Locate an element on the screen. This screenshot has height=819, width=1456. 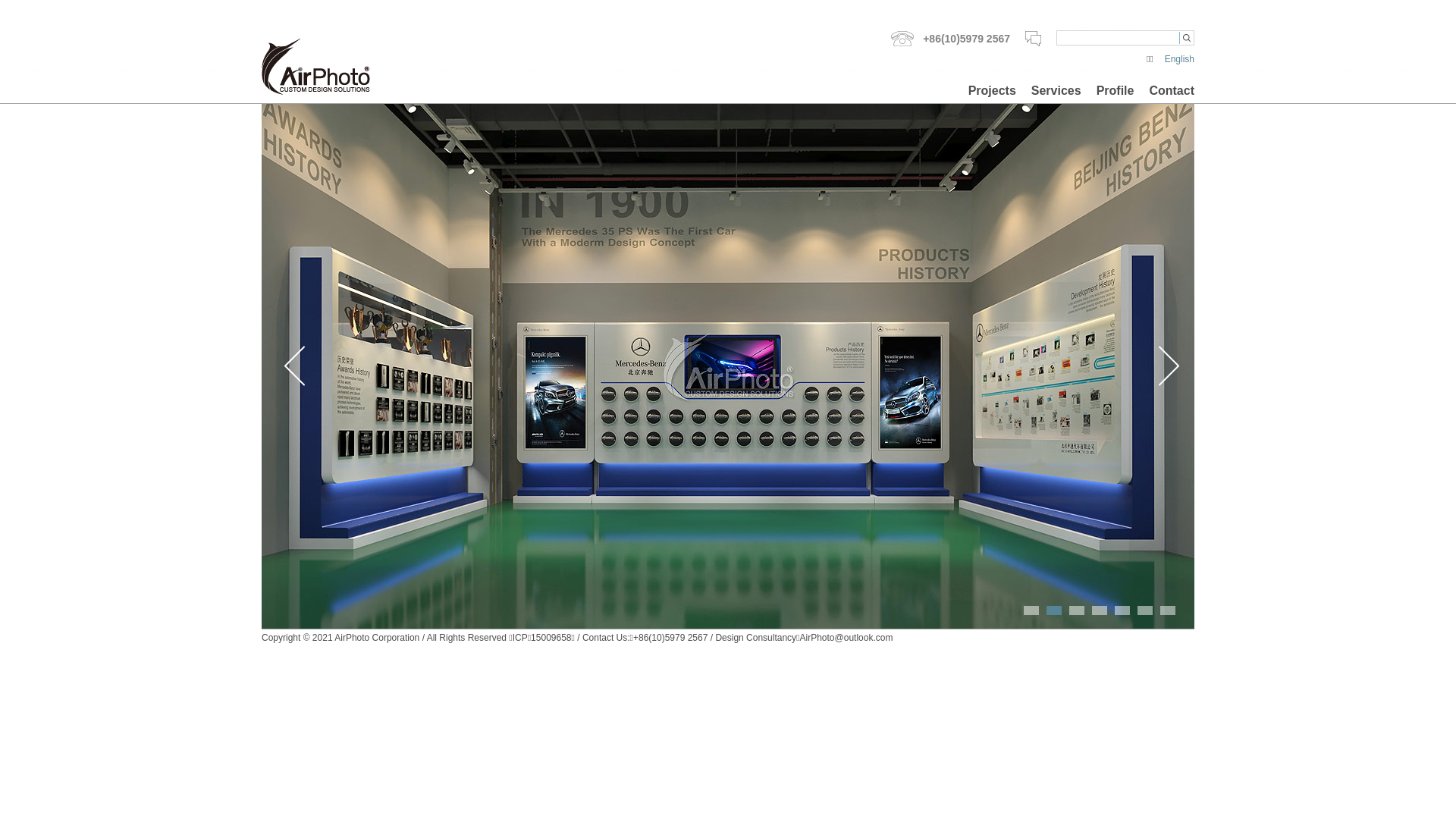
'English' is located at coordinates (1178, 58).